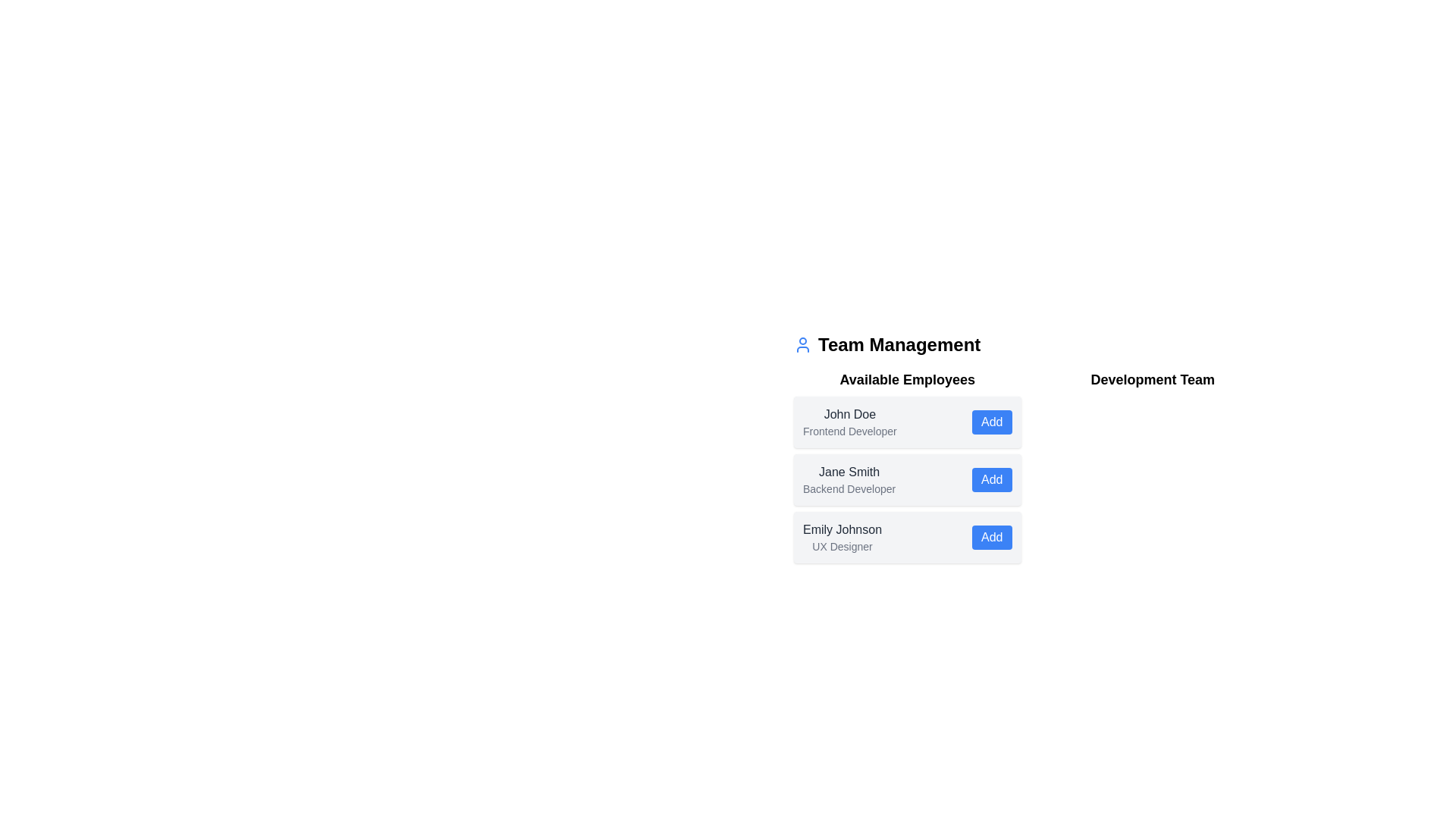  I want to click on text information for the employee entry 'Jane Smith', which includes their role, located in the second position of the 'Available Employees' list, so click(907, 479).